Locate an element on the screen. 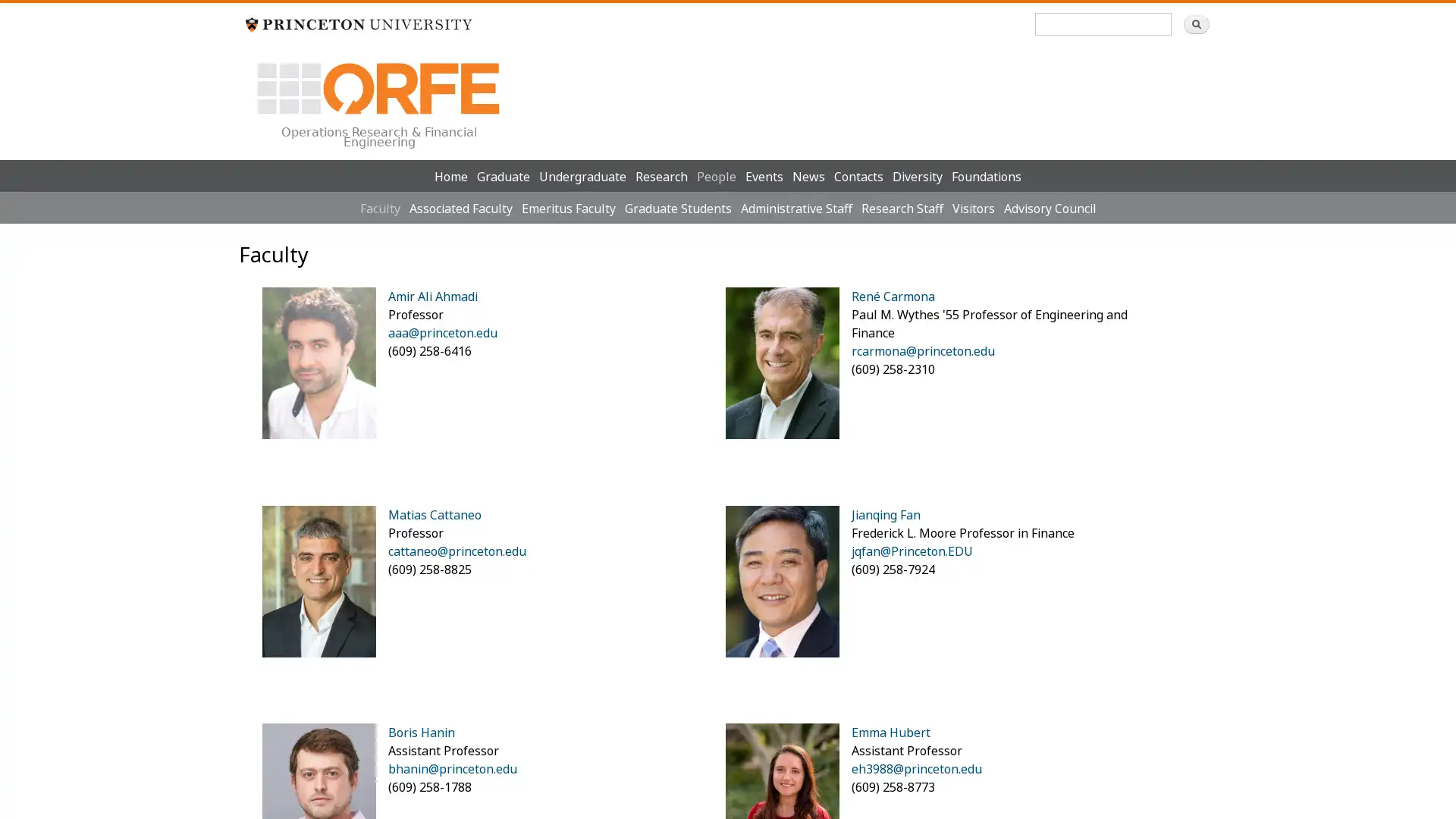  Search is located at coordinates (1196, 24).